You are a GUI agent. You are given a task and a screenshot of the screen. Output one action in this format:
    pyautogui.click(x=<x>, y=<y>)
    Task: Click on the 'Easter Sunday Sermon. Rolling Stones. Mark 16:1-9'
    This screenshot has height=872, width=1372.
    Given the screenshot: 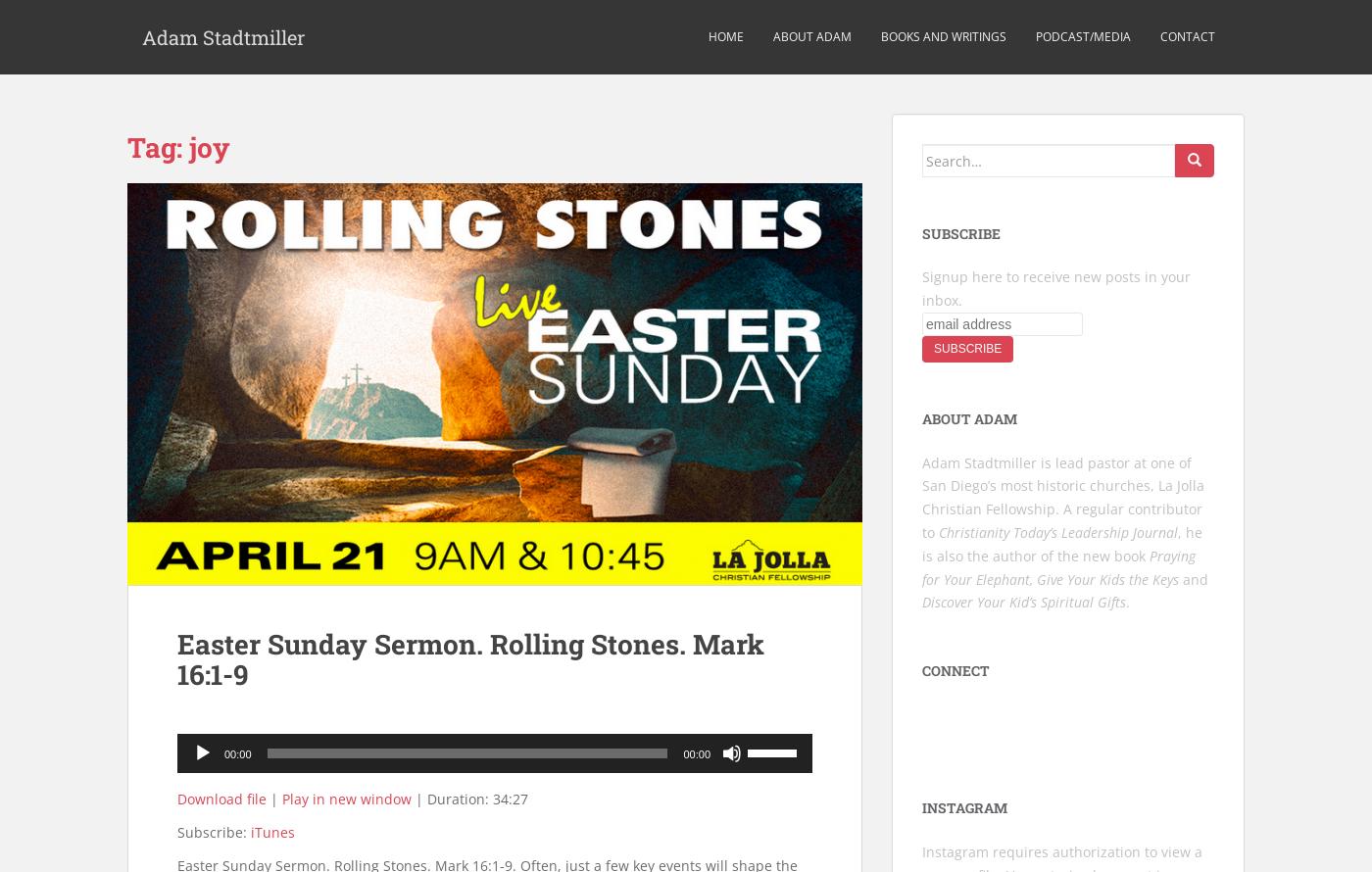 What is the action you would take?
    pyautogui.click(x=470, y=657)
    